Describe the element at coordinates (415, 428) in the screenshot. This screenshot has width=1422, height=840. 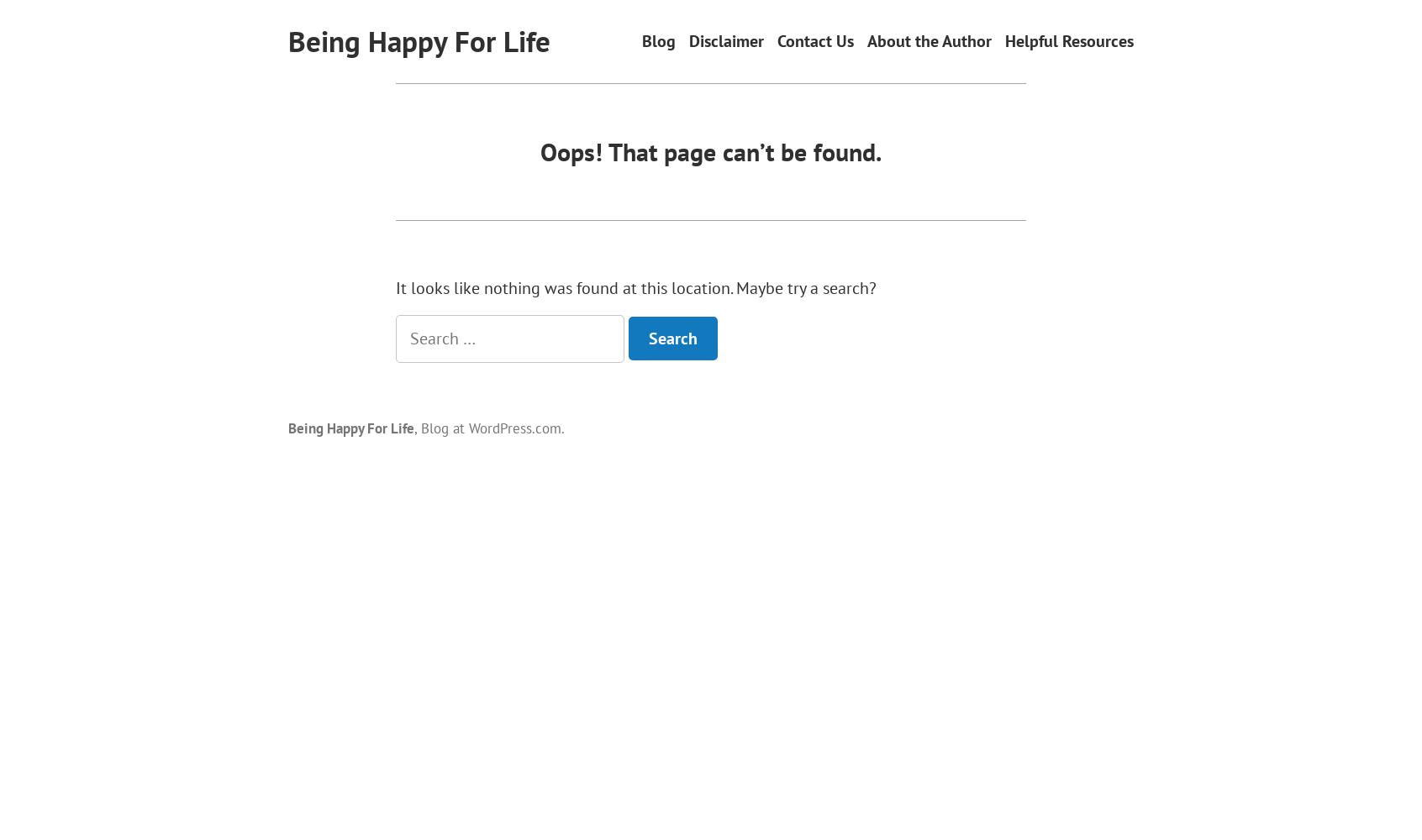
I see `','` at that location.